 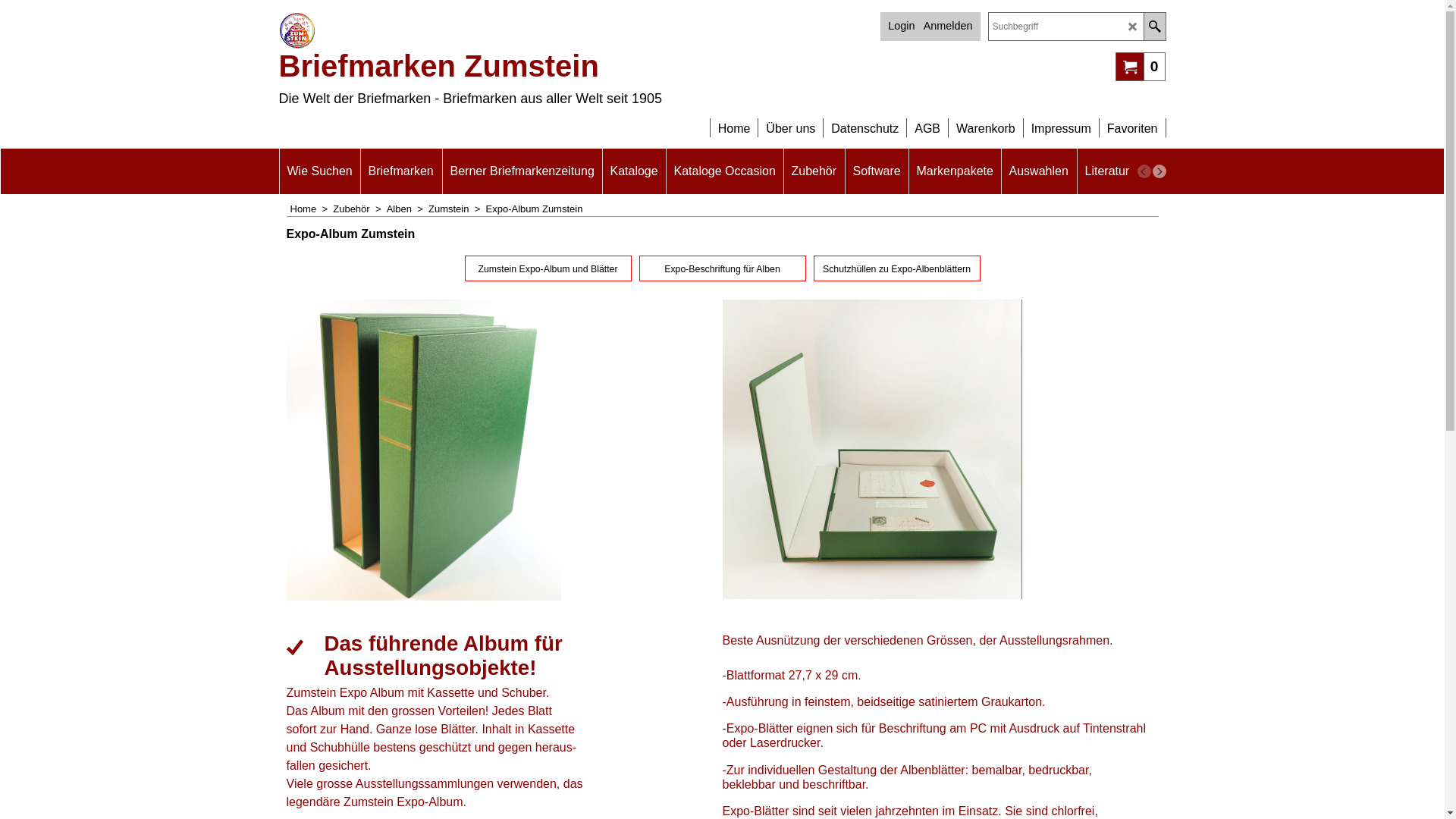 What do you see at coordinates (1060, 121) in the screenshot?
I see `'Impressum'` at bounding box center [1060, 121].